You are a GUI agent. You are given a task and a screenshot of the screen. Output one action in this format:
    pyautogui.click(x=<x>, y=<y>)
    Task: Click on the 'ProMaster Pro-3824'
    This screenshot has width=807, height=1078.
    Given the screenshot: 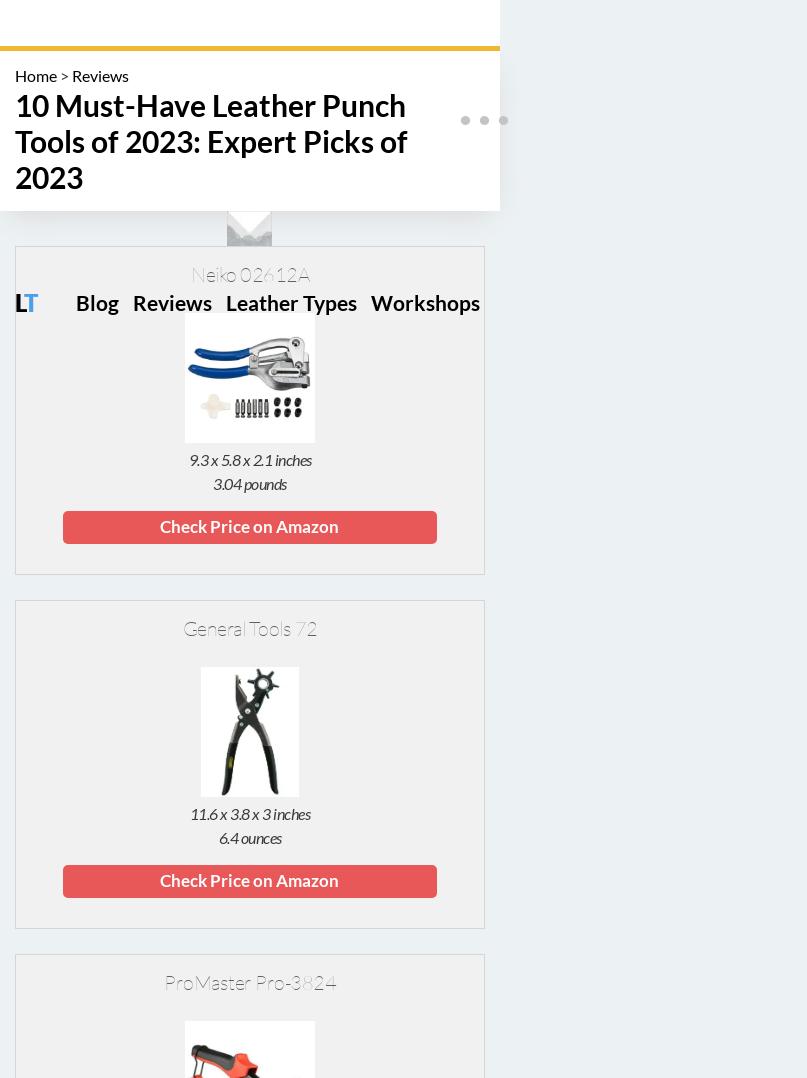 What is the action you would take?
    pyautogui.click(x=249, y=982)
    